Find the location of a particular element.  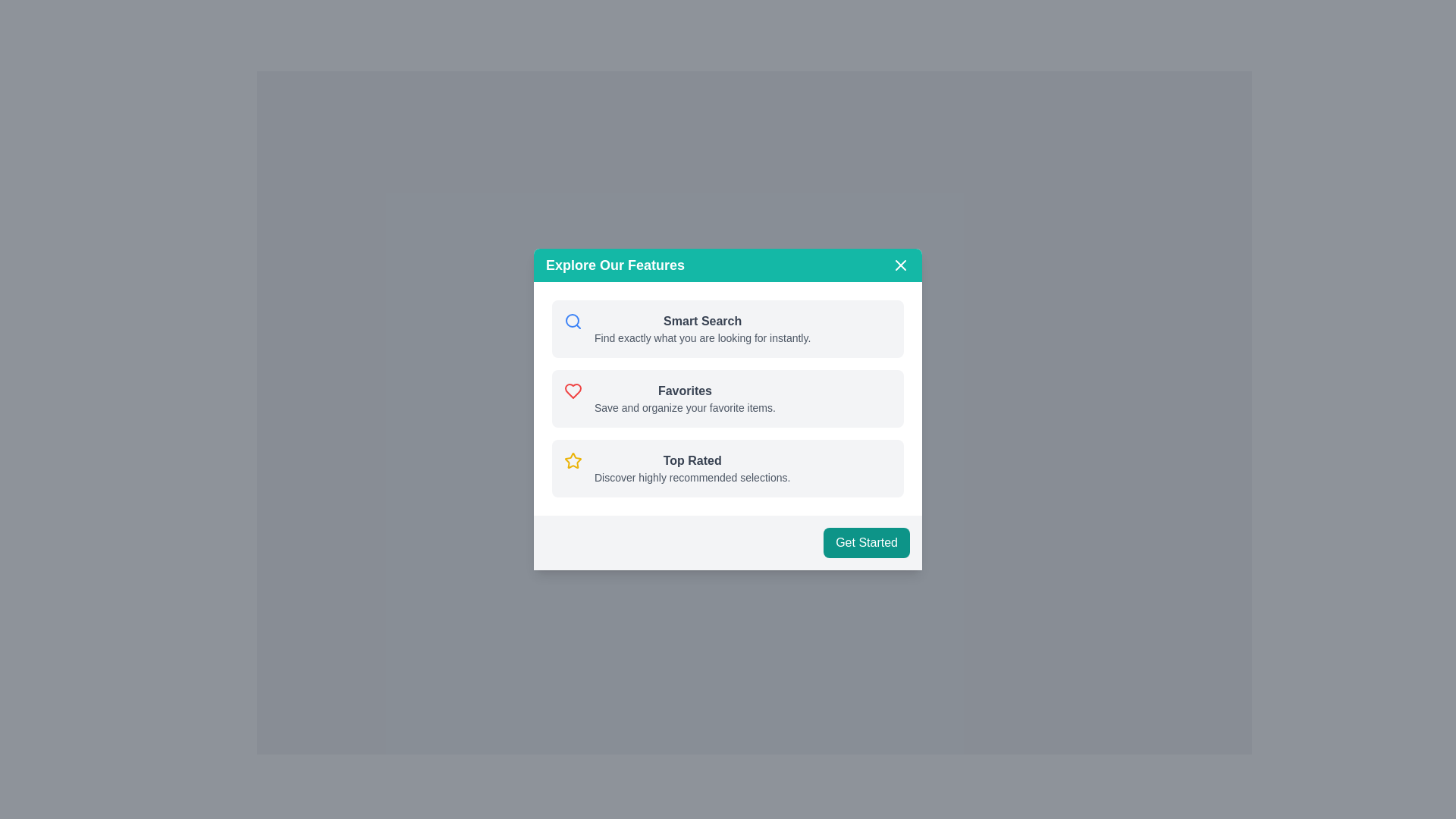

the icons in the information card modal is located at coordinates (728, 409).